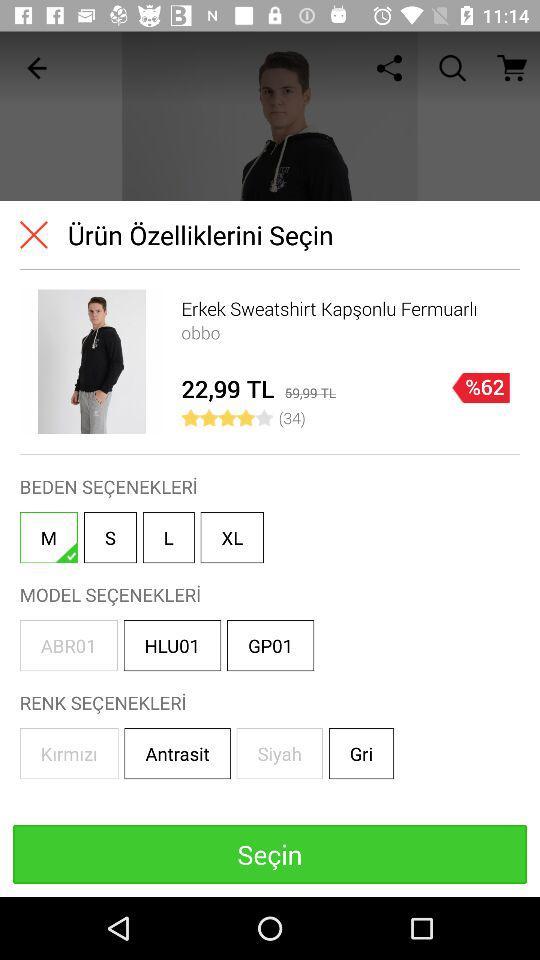 The height and width of the screenshot is (960, 540). Describe the element at coordinates (172, 644) in the screenshot. I see `the item to the left of gp01 item` at that location.